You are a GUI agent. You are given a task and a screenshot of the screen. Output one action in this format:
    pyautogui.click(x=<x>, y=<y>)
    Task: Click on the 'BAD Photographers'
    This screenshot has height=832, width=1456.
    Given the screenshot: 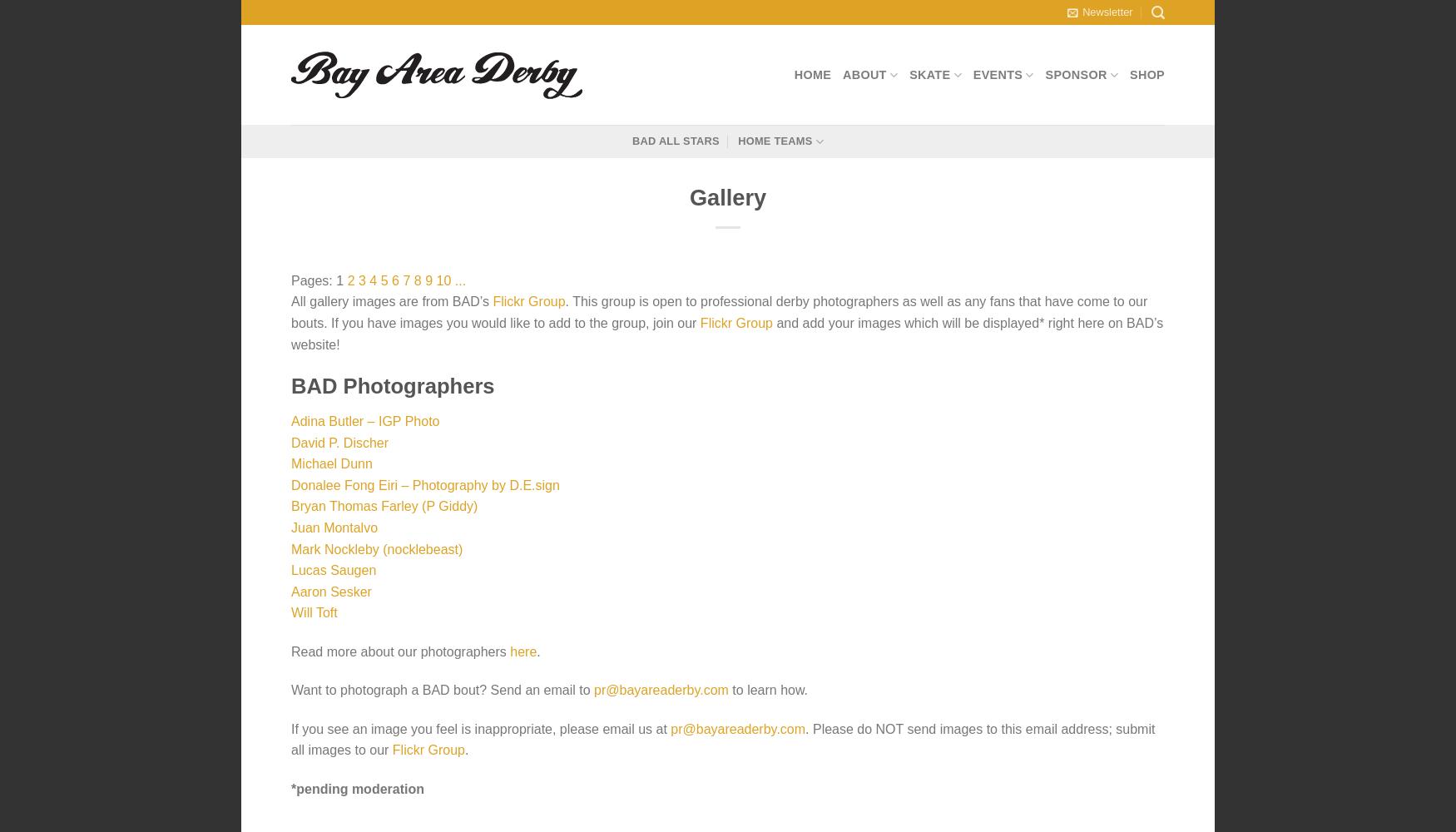 What is the action you would take?
    pyautogui.click(x=392, y=385)
    